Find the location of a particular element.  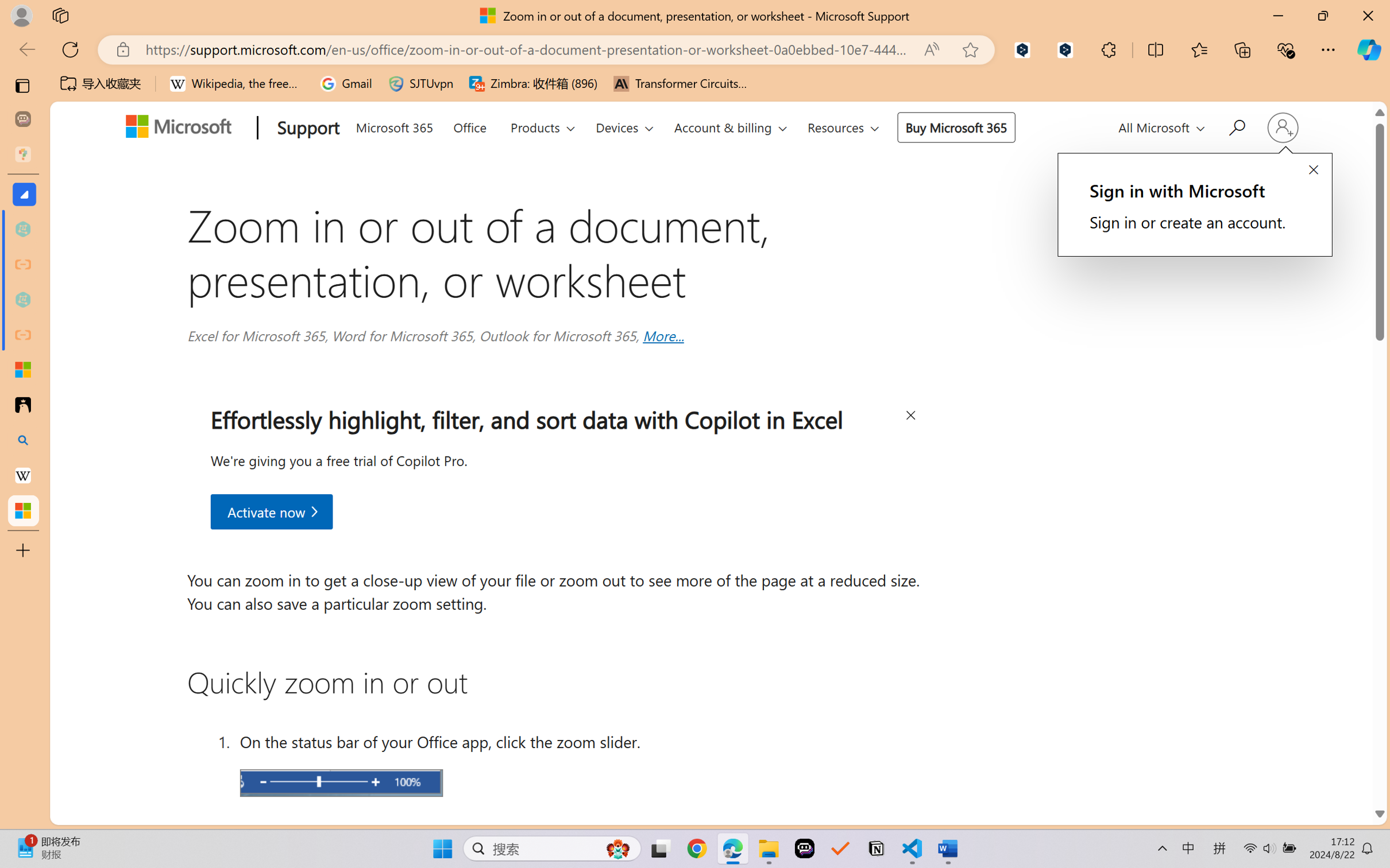

'Buy Microsoft 365' is located at coordinates (956, 127).